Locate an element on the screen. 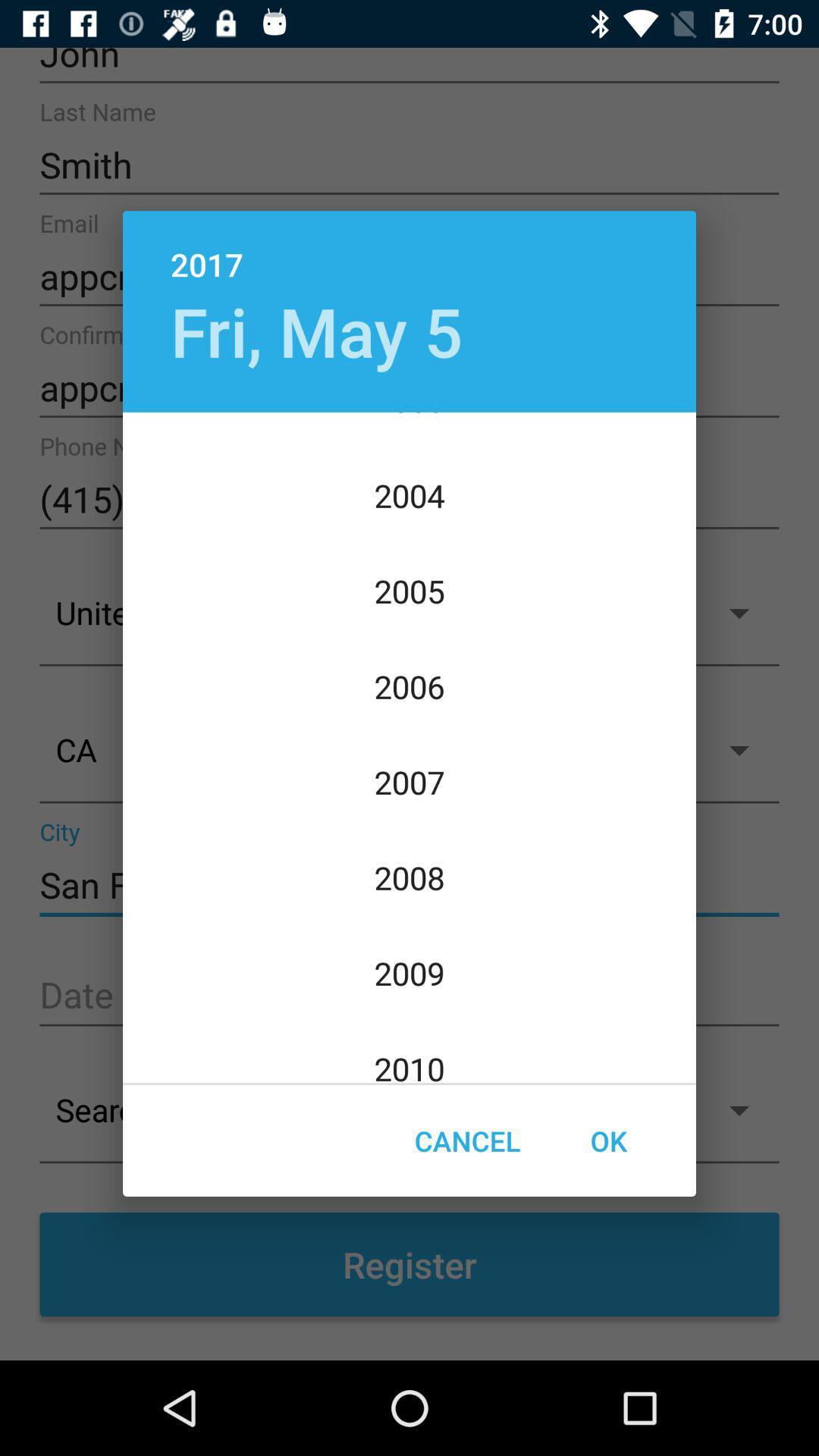 Image resolution: width=819 pixels, height=1456 pixels. the icon at the bottom right corner is located at coordinates (607, 1141).